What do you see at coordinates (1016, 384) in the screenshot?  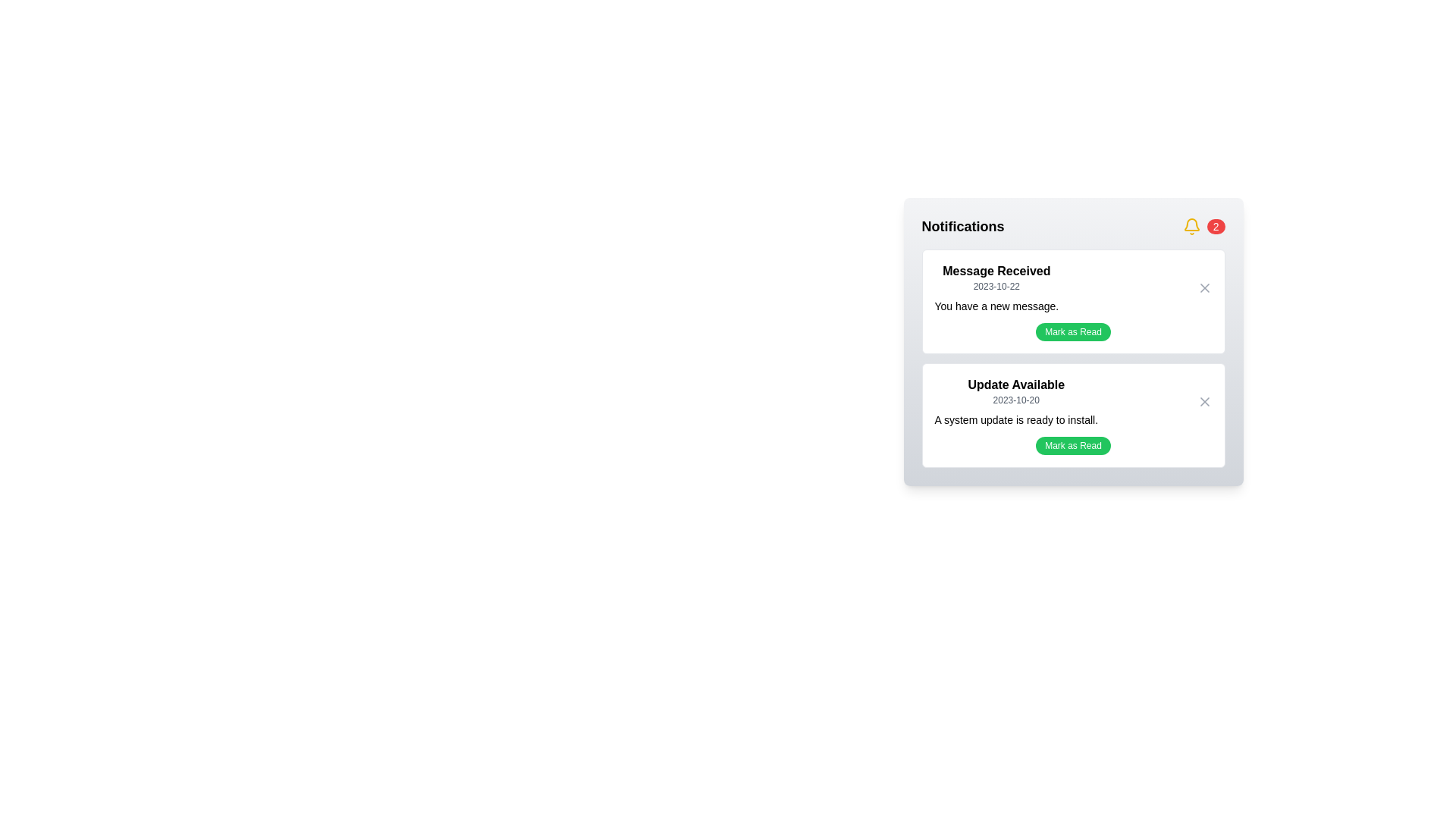 I see `bold text label that says 'Update Available', which is the title of the second notification card in the vertically stacked list` at bounding box center [1016, 384].